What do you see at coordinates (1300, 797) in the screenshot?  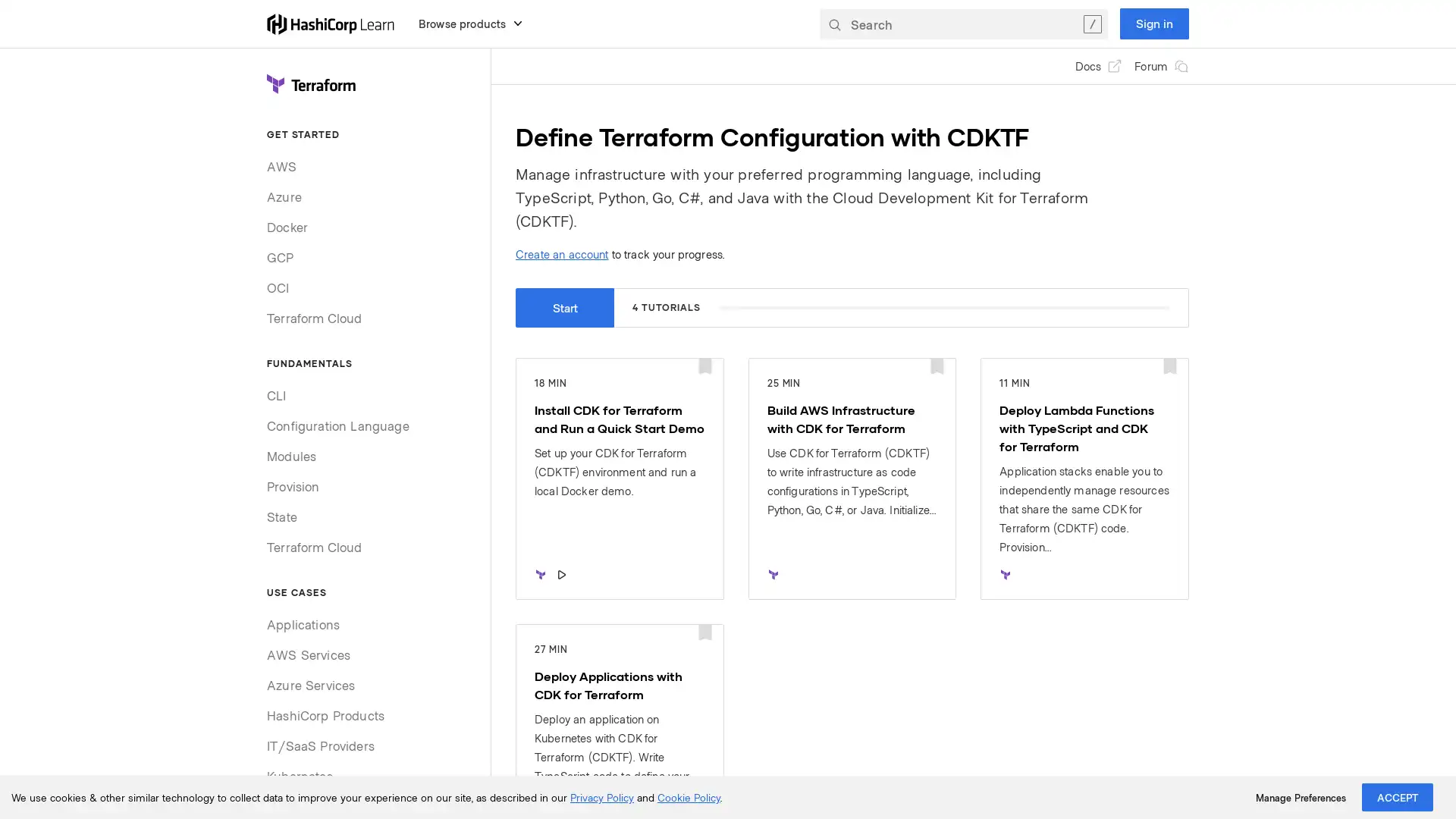 I see `Manage Preferences` at bounding box center [1300, 797].